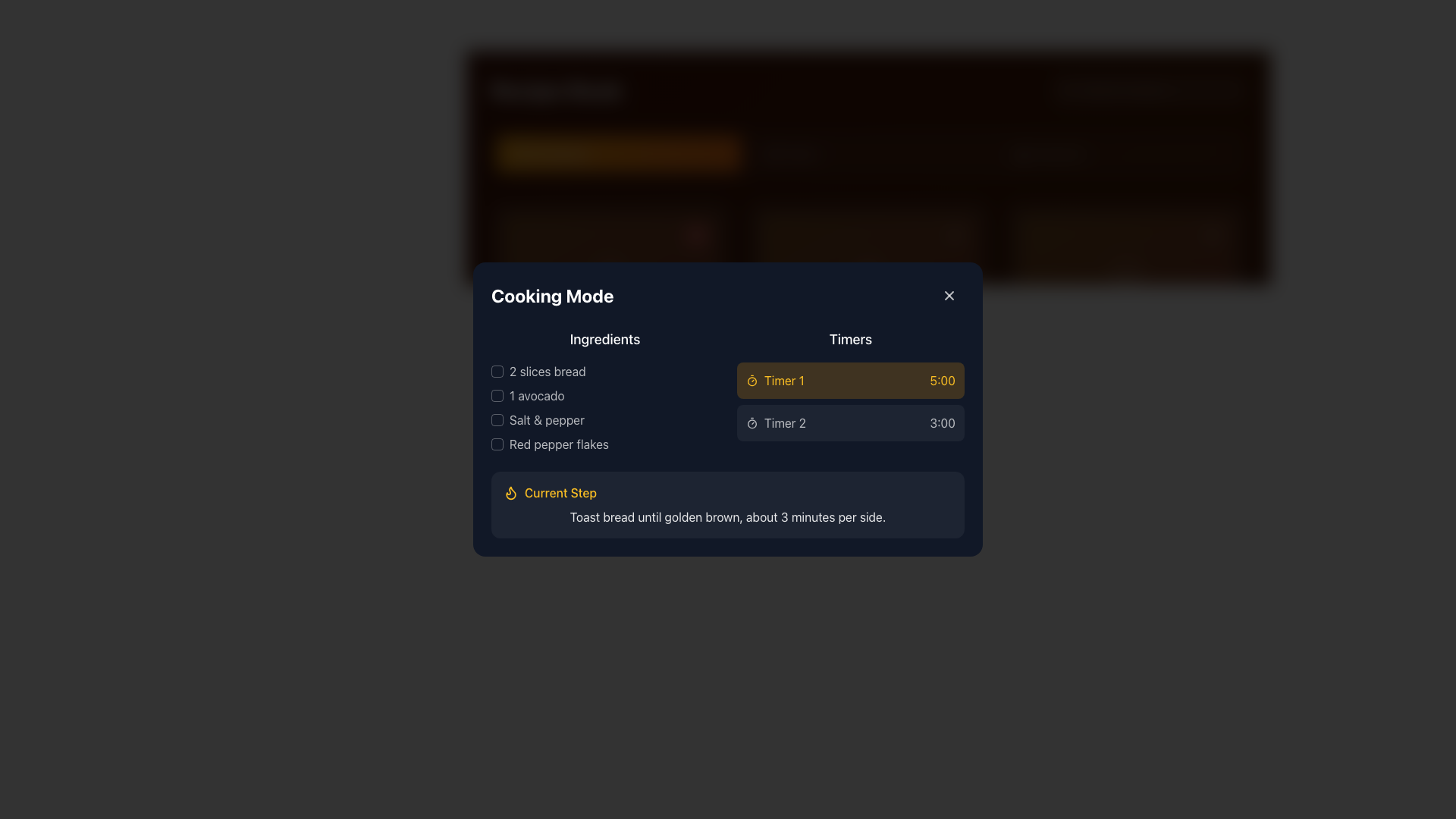  Describe the element at coordinates (939, 358) in the screenshot. I see `the state of the timer icon located in the 'Timers' section, adjacent to 'Timer 1' and the timer value '5:00'` at that location.